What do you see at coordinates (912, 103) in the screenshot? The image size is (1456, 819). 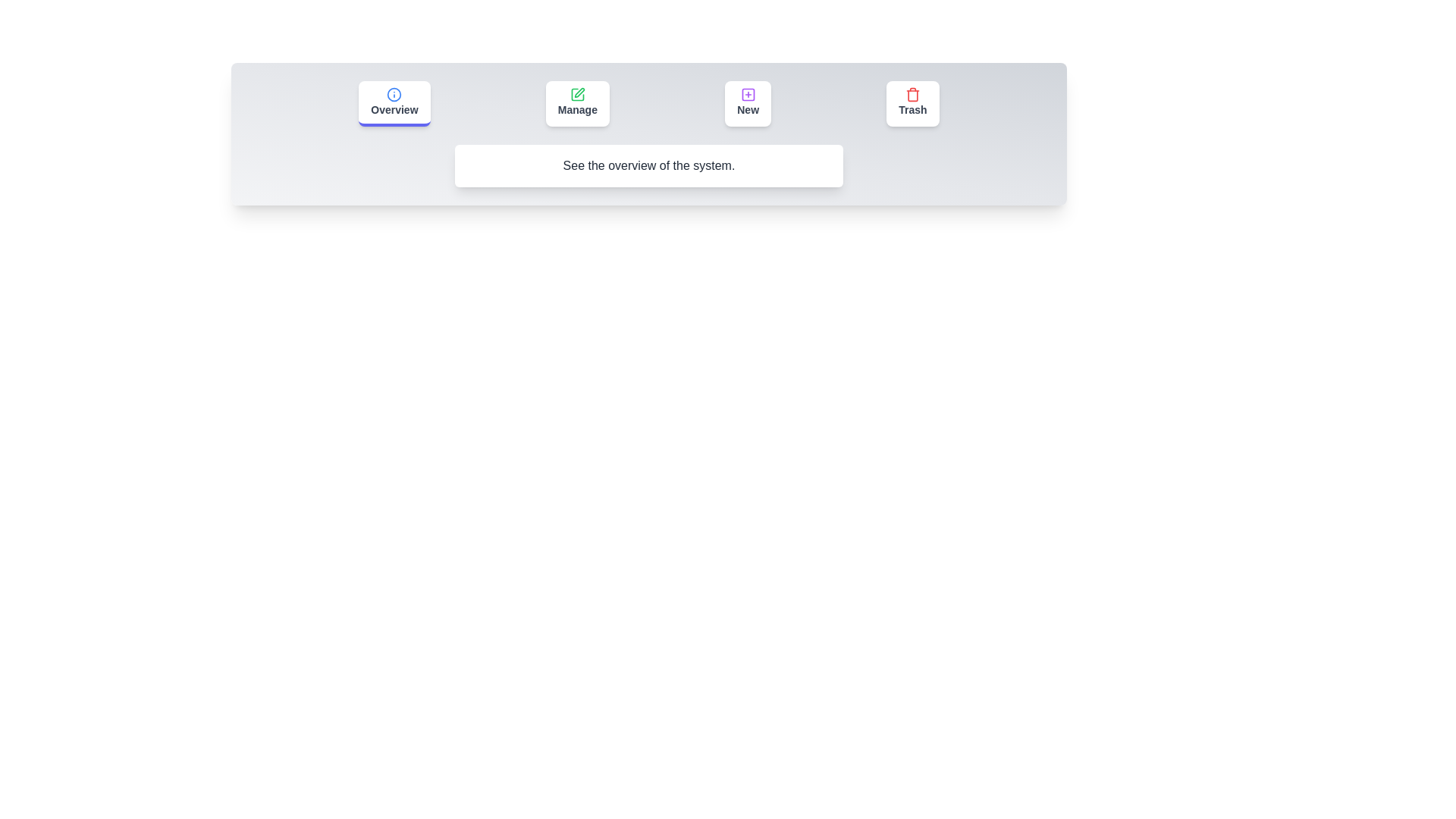 I see `the tab labeled Trash to observe its visual transition effect` at bounding box center [912, 103].